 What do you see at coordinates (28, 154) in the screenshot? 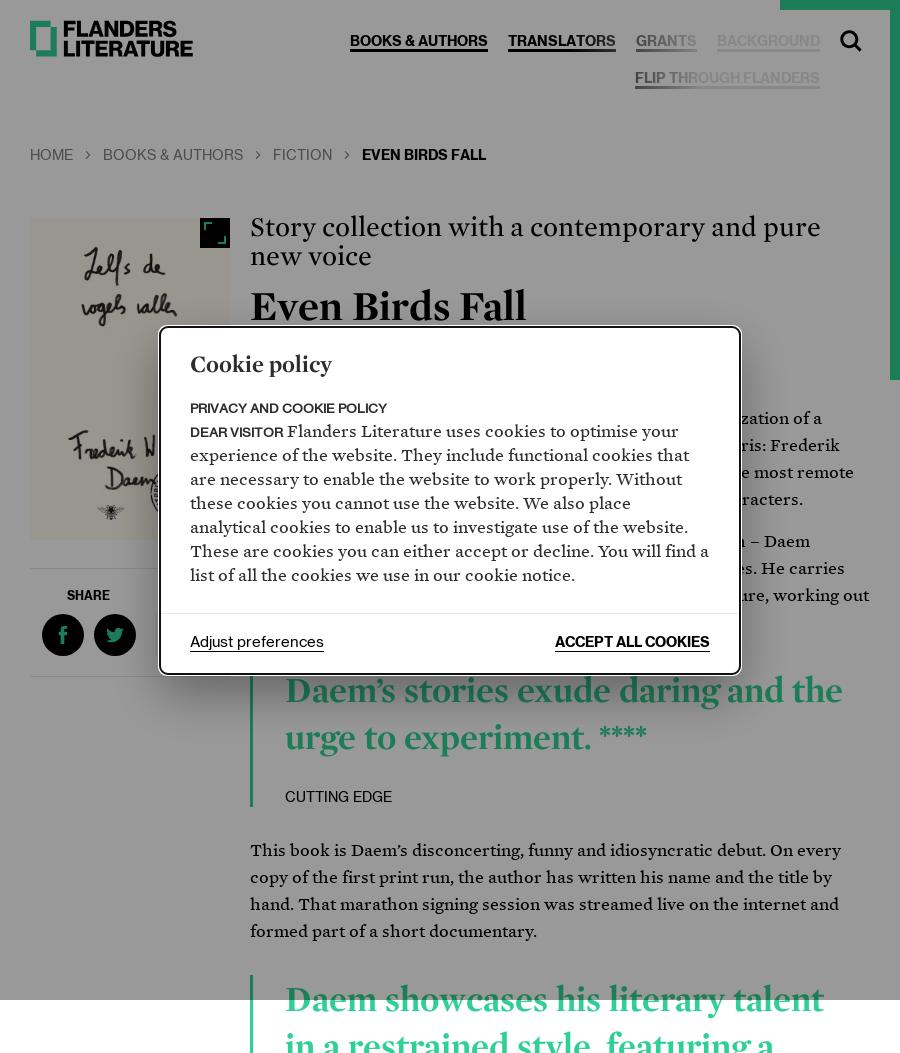
I see `'Home'` at bounding box center [28, 154].